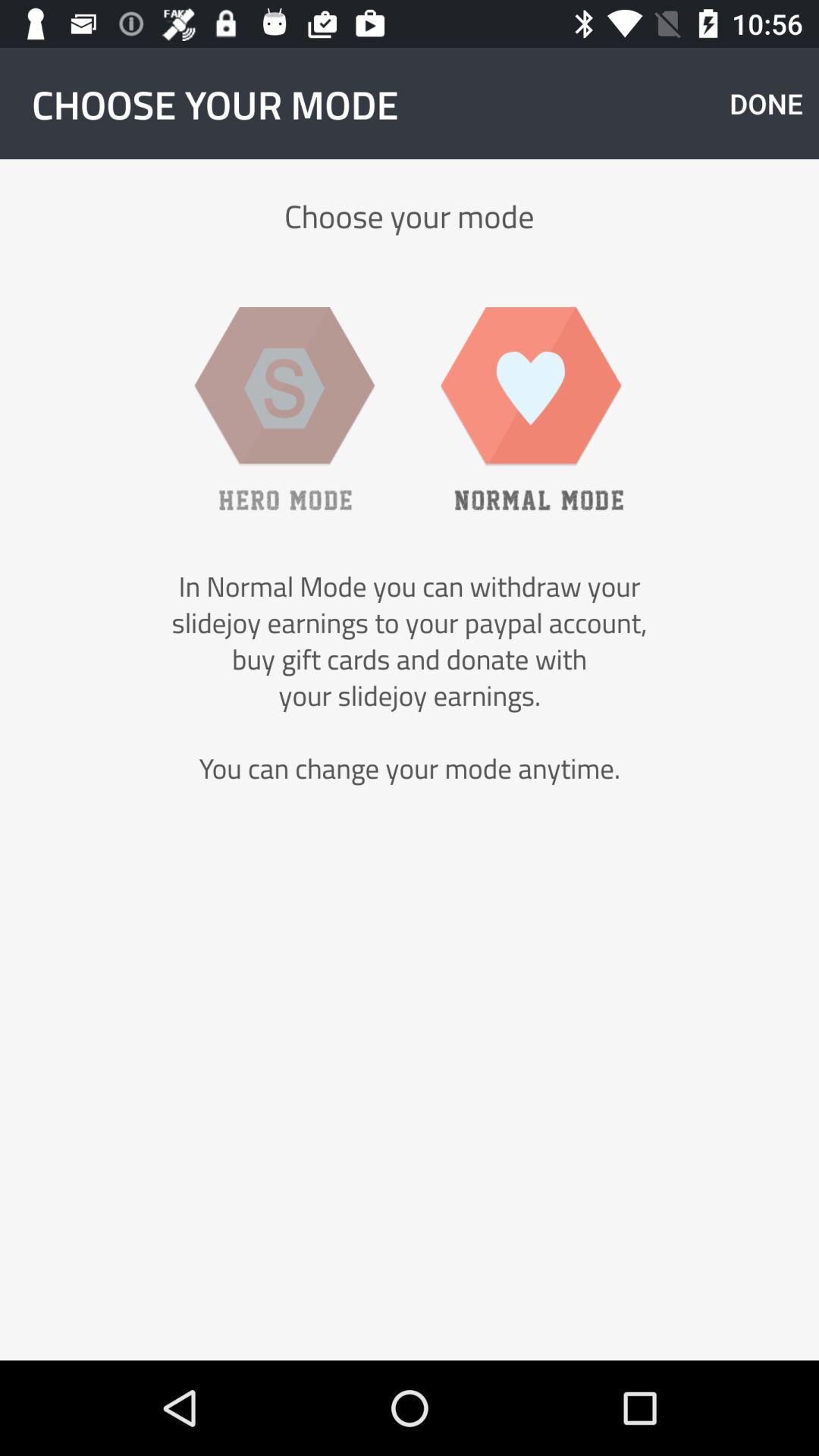 This screenshot has width=819, height=1456. Describe the element at coordinates (532, 408) in the screenshot. I see `icon above the in normal mode item` at that location.